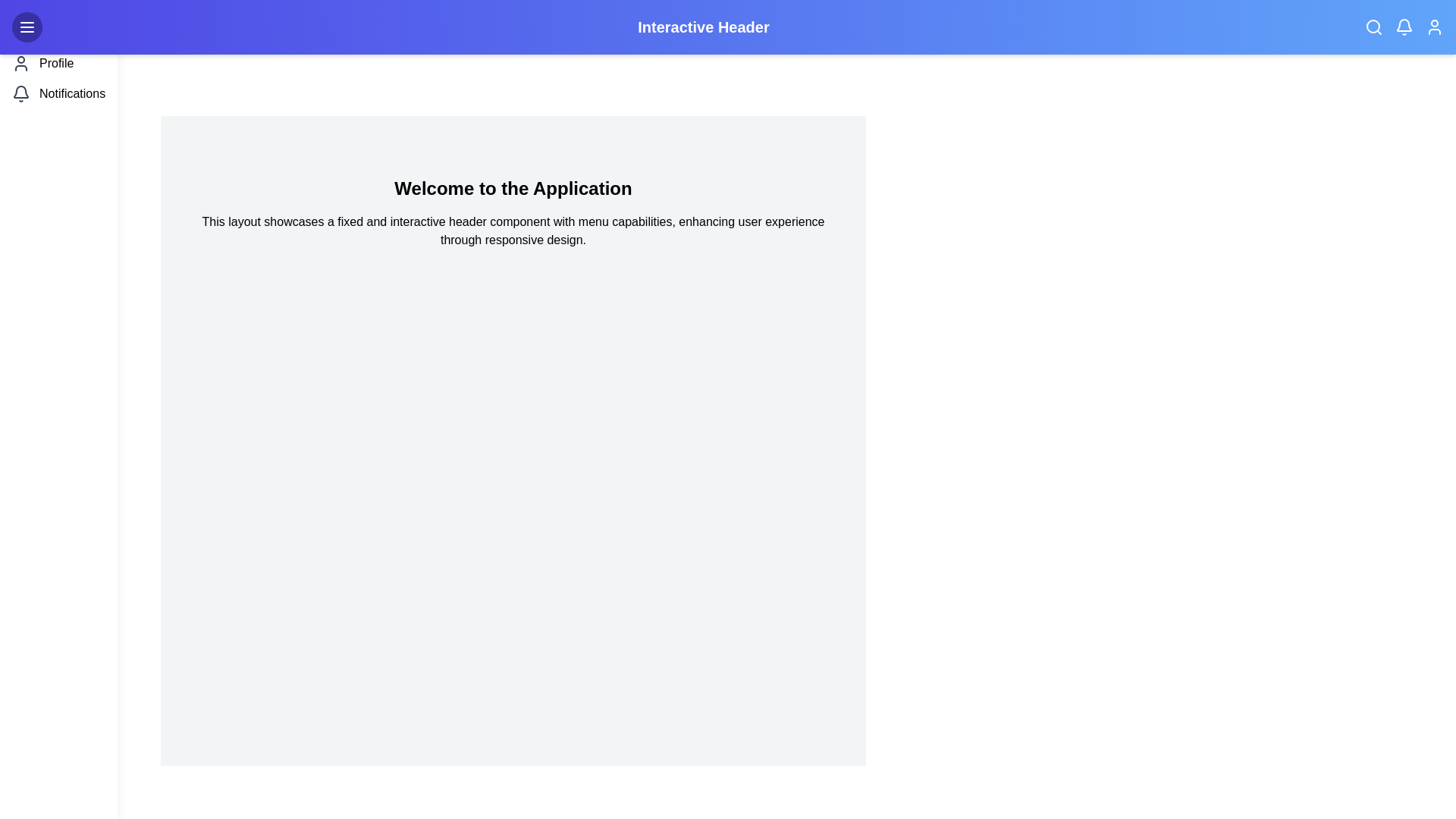 This screenshot has width=1456, height=819. What do you see at coordinates (728, 27) in the screenshot?
I see `the 'Interactive Header' static text label, which is centrally positioned` at bounding box center [728, 27].